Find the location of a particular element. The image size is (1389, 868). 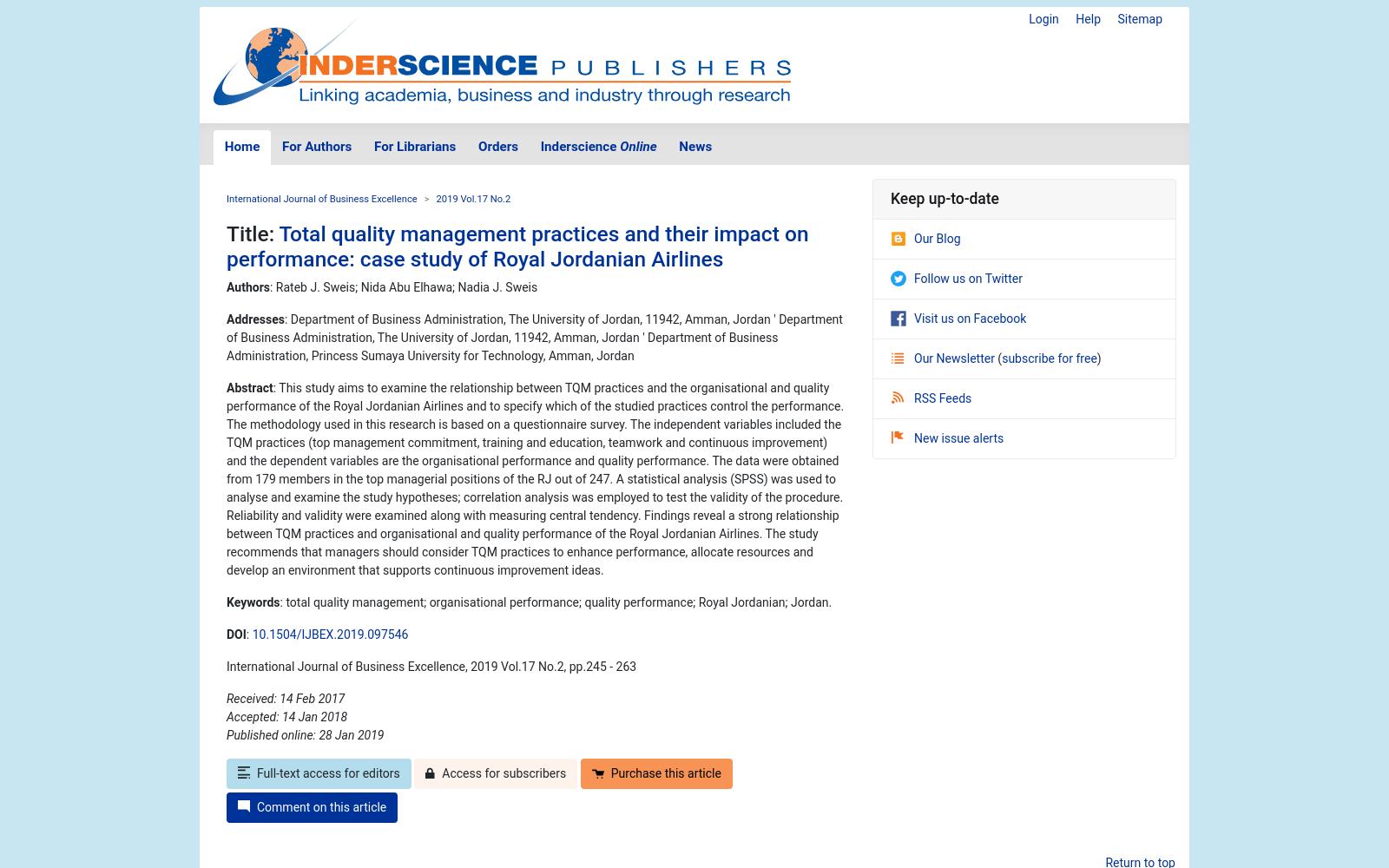

'Full-text access for editors' is located at coordinates (327, 773).